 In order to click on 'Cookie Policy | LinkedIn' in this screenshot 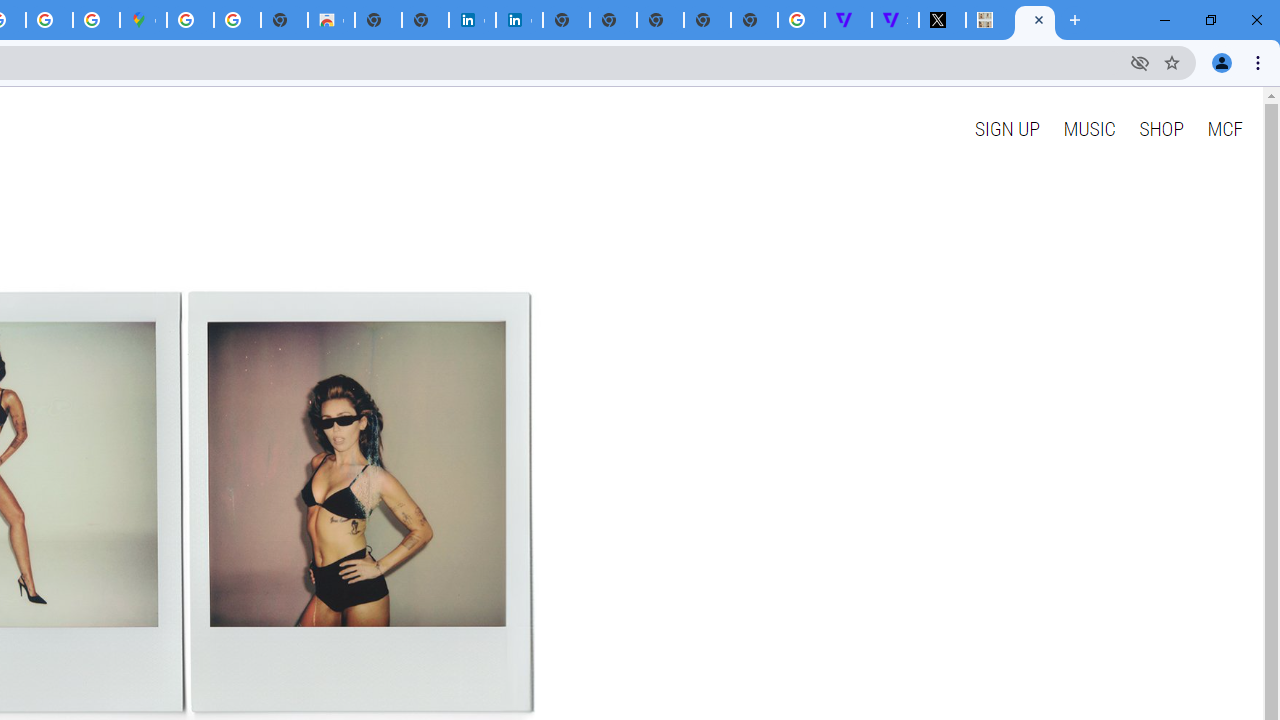, I will do `click(519, 20)`.